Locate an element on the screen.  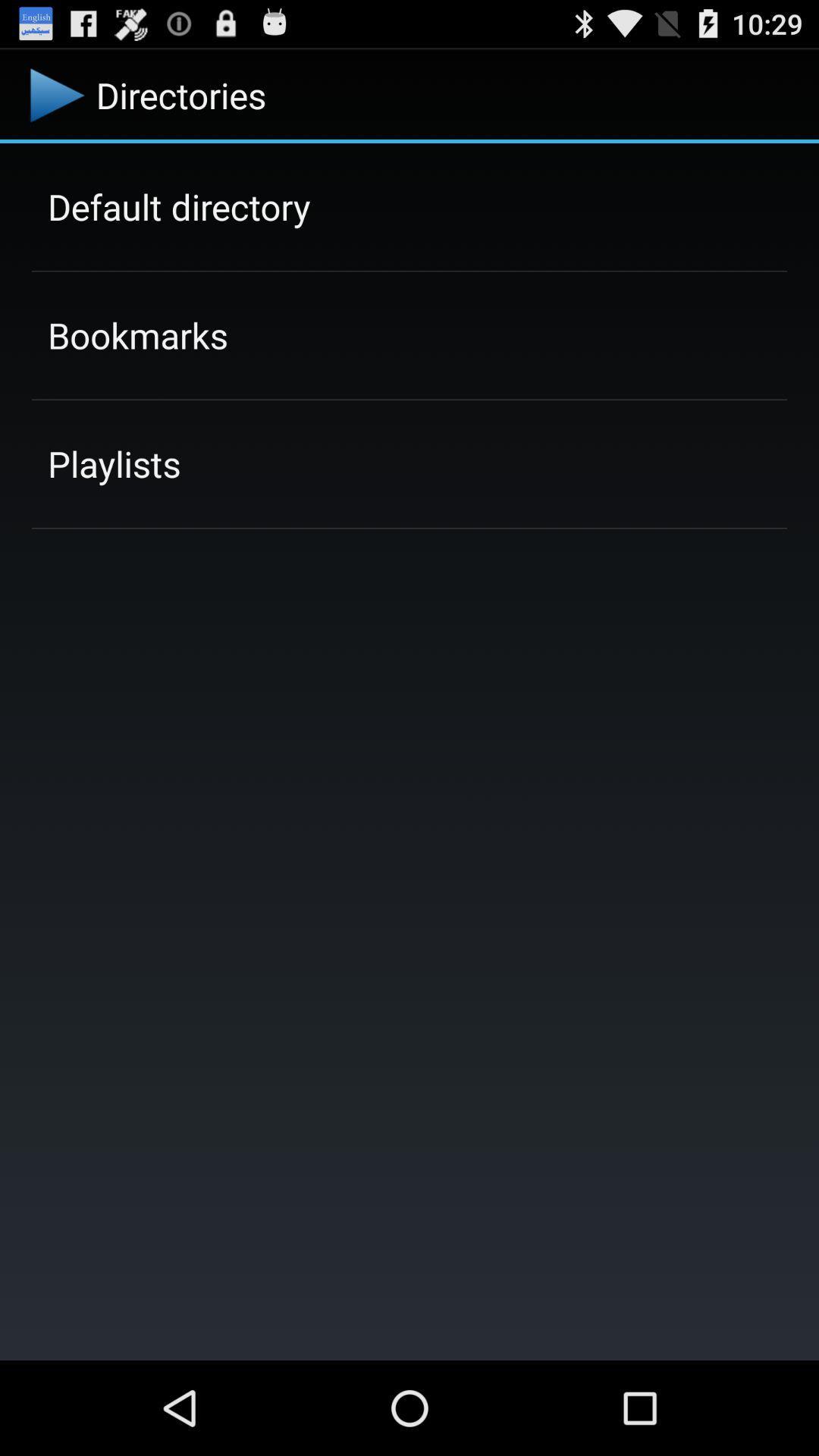
the app above the bookmarks item is located at coordinates (178, 206).